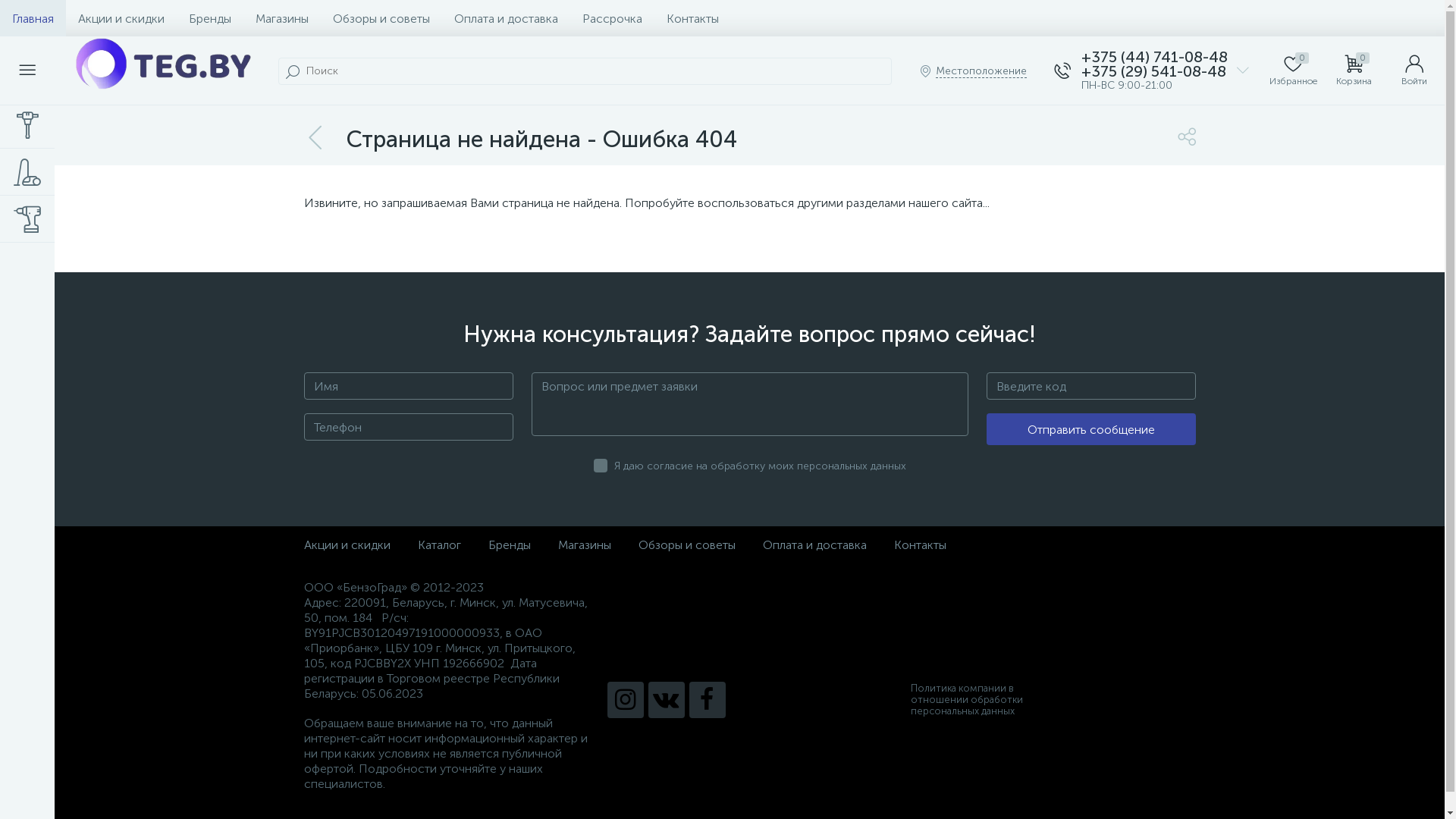 This screenshot has width=1456, height=819. I want to click on 'Instagram', so click(607, 698).